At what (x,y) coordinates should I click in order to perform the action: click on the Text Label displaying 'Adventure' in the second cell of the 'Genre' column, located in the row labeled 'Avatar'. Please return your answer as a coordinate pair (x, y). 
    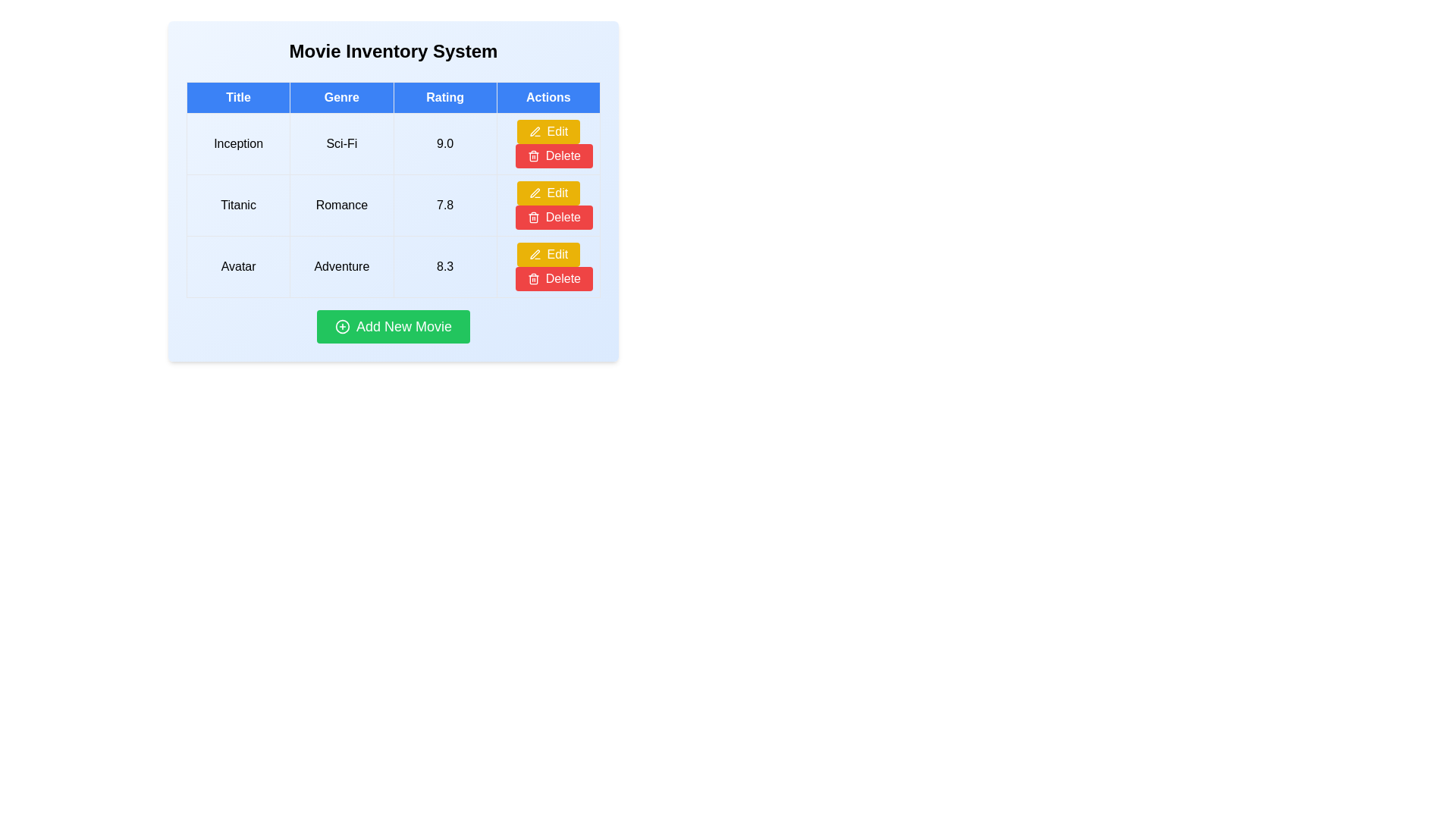
    Looking at the image, I should click on (340, 265).